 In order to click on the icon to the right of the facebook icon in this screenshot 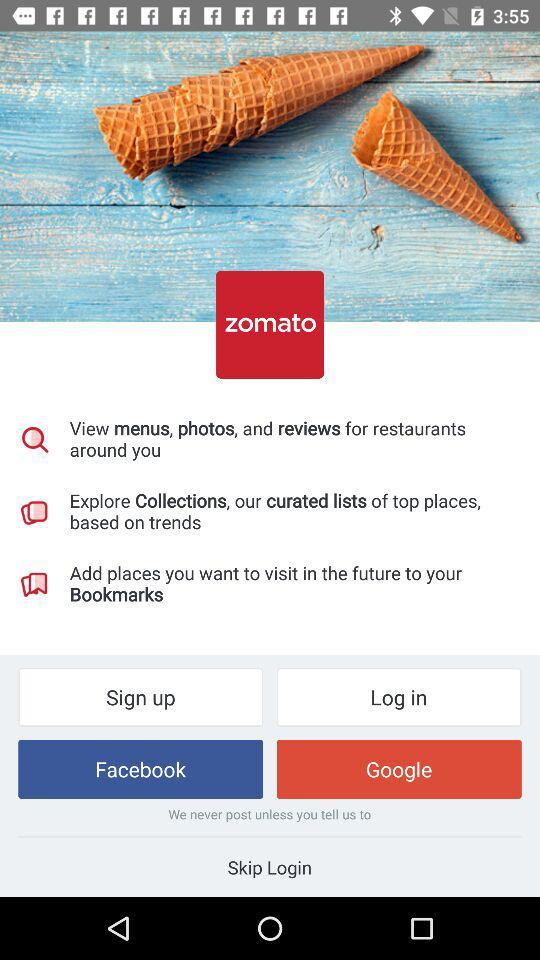, I will do `click(399, 768)`.